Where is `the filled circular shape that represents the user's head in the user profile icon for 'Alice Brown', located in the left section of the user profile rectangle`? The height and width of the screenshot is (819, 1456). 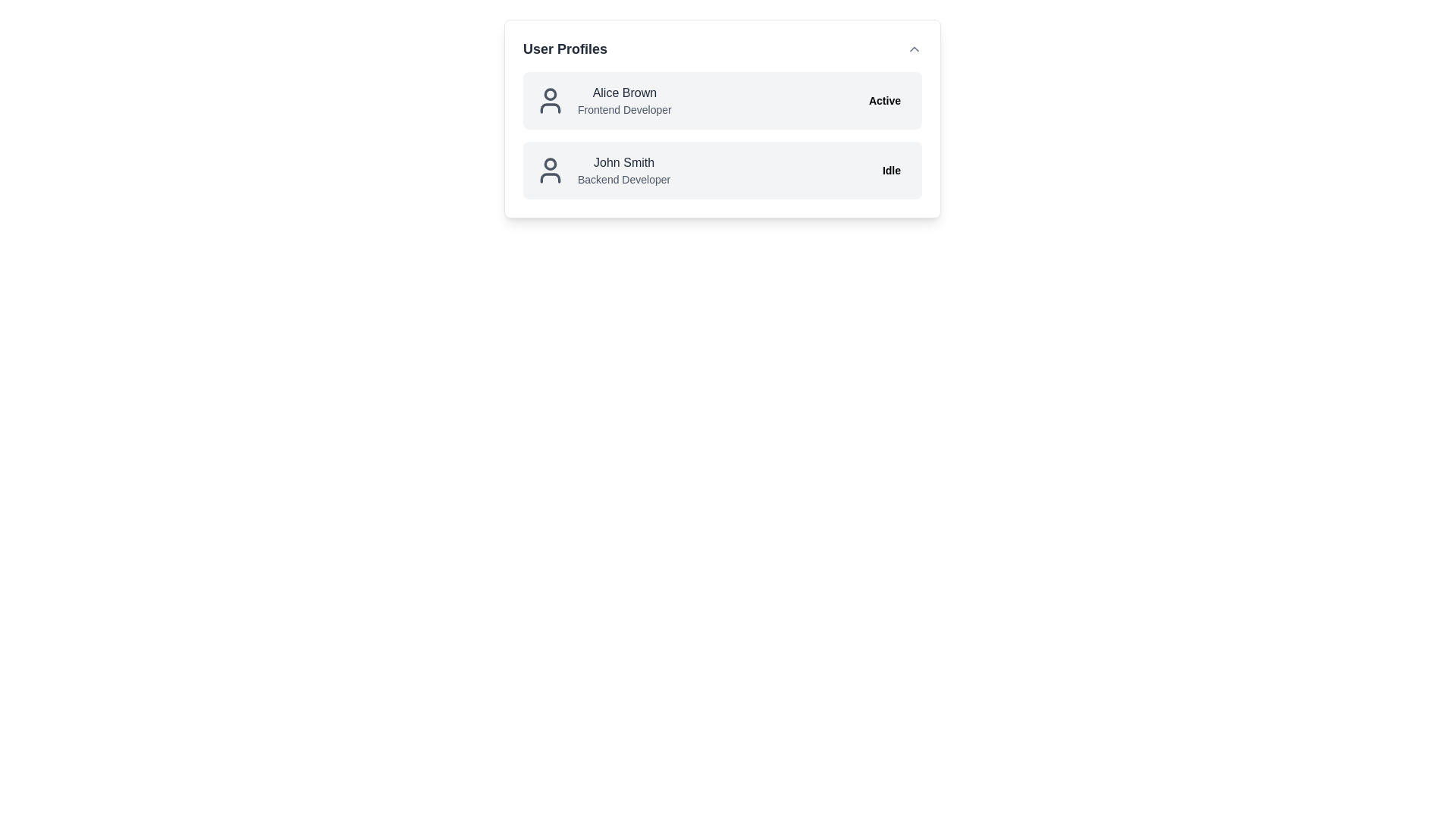 the filled circular shape that represents the user's head in the user profile icon for 'Alice Brown', located in the left section of the user profile rectangle is located at coordinates (549, 93).